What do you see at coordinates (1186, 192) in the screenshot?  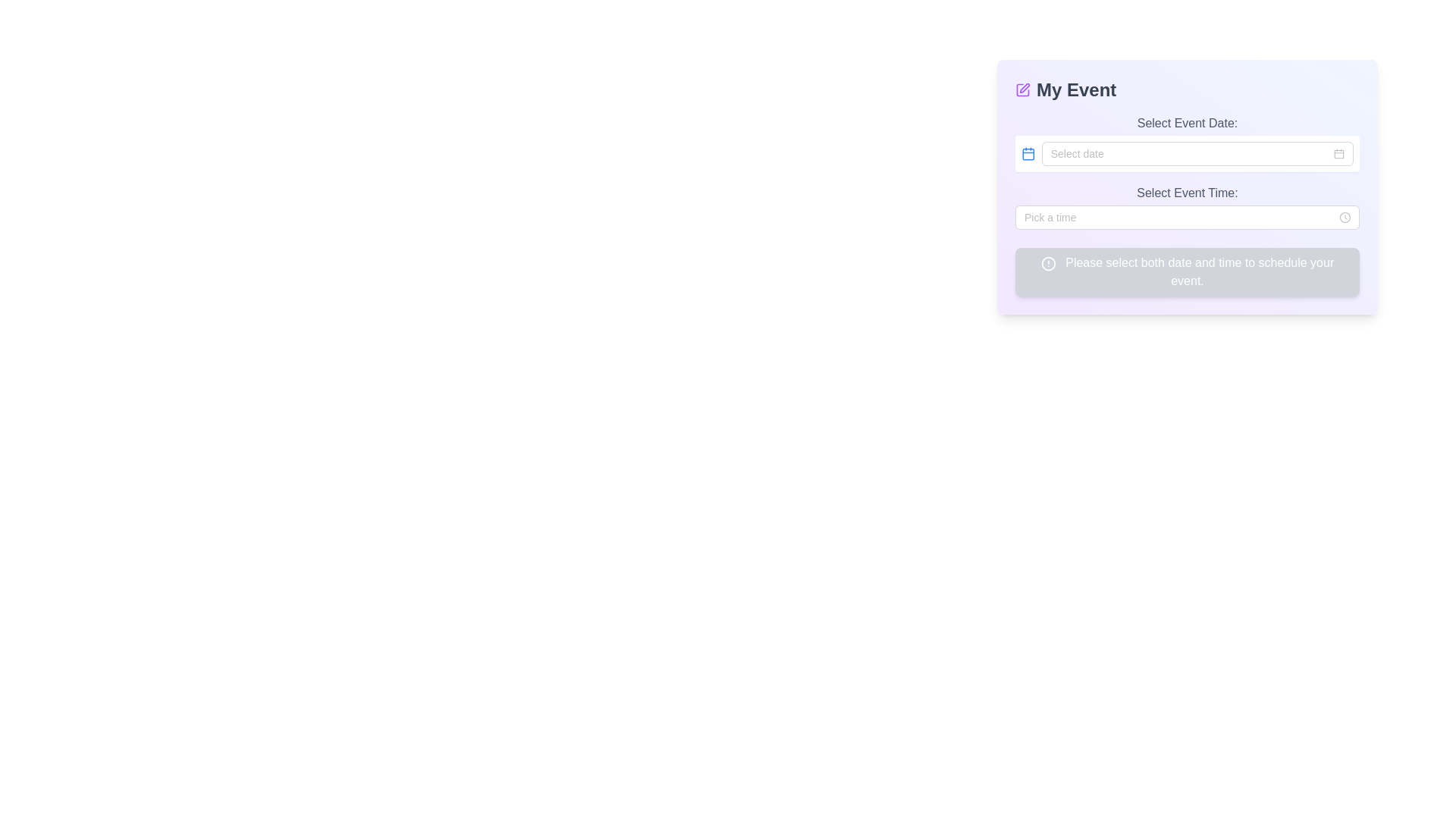 I see `the text label reading 'Select Event Time:' which is prominently displayed above the time picker input field` at bounding box center [1186, 192].